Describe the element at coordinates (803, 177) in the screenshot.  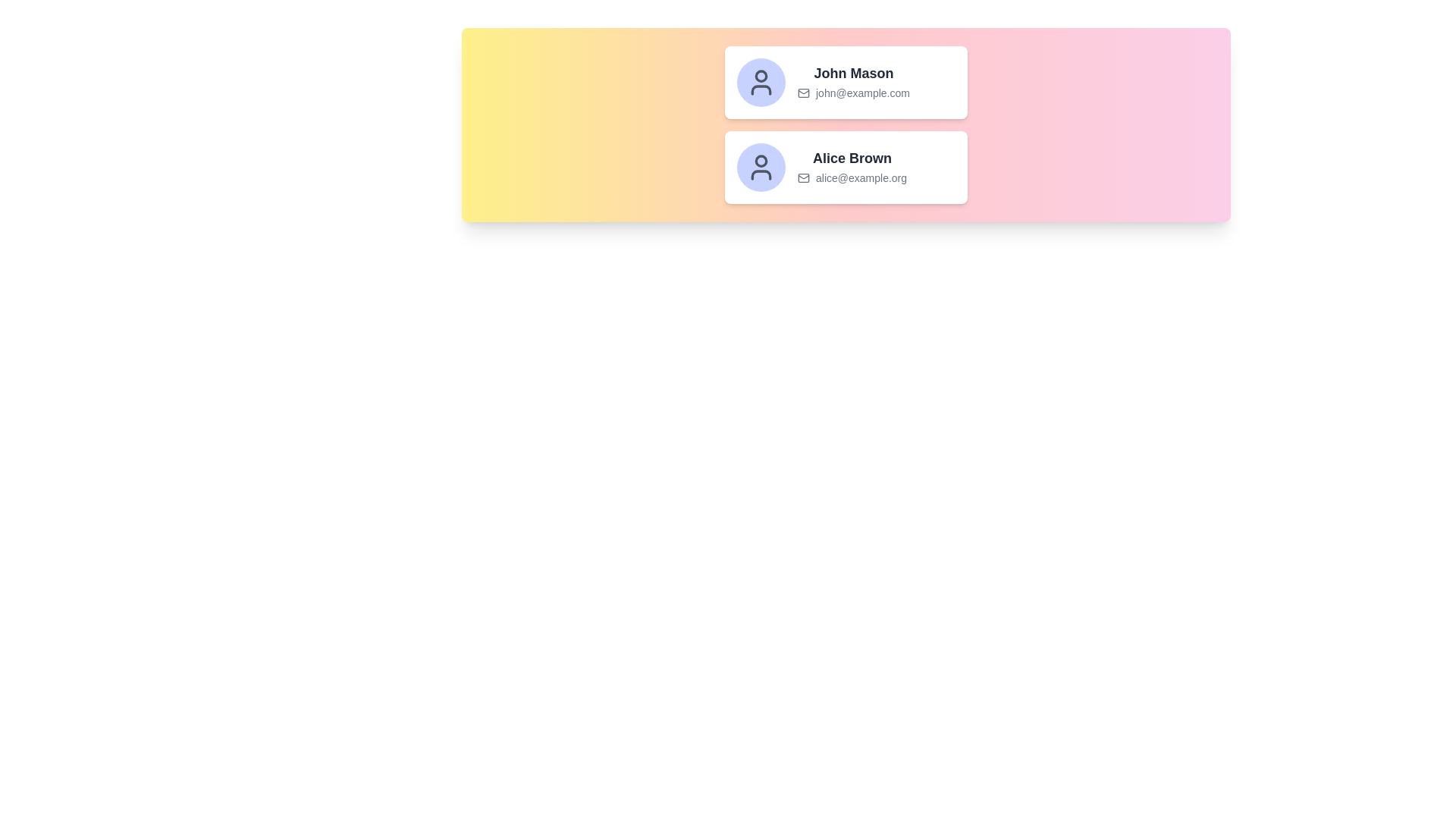
I see `the envelope icon representing email functionality located to the left of the email address 'alice@example.org' in the second contact card` at that location.